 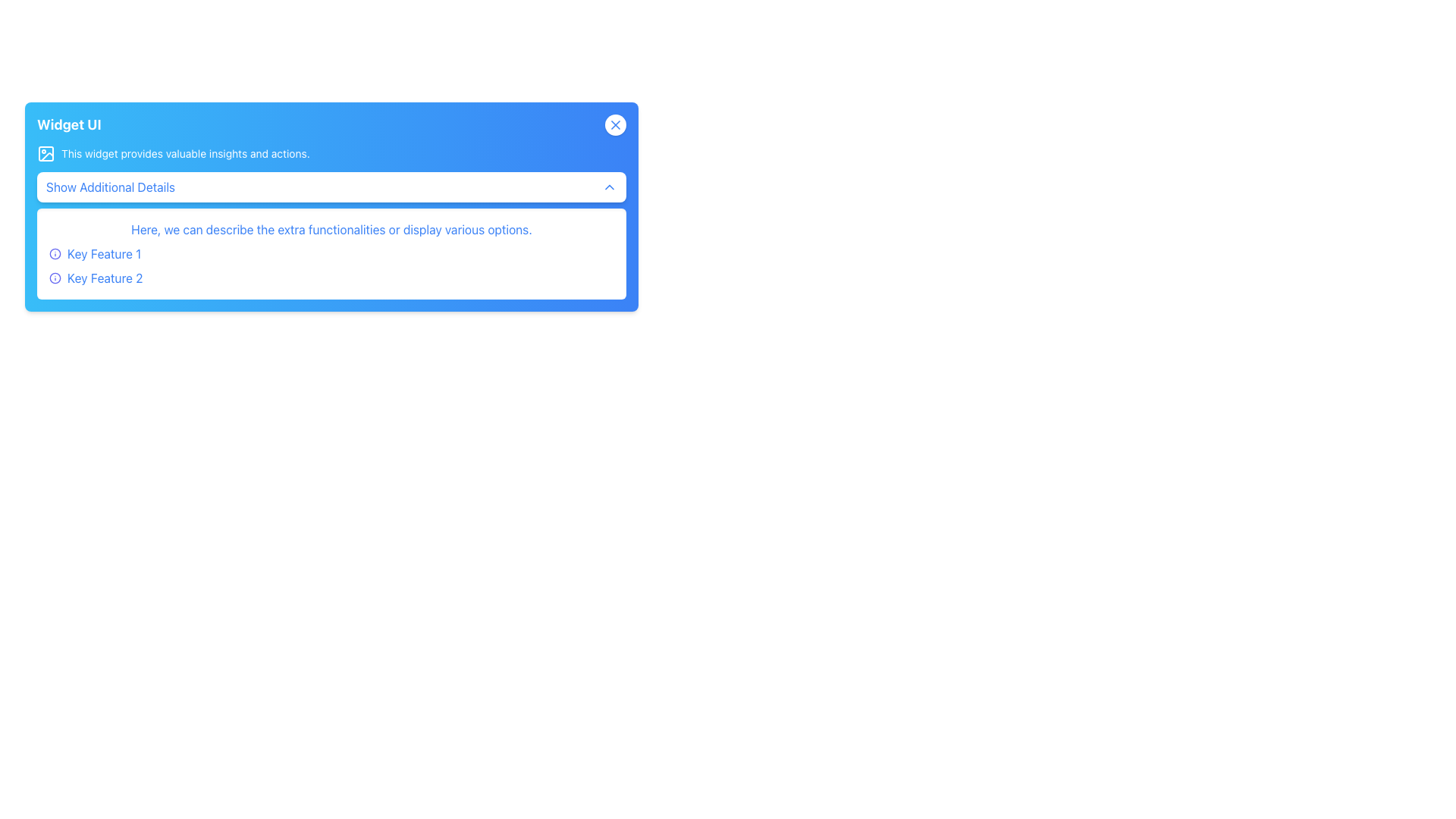 What do you see at coordinates (610, 186) in the screenshot?
I see `the chevron icon located on the far-right side of the 'Show Additional Details' button` at bounding box center [610, 186].